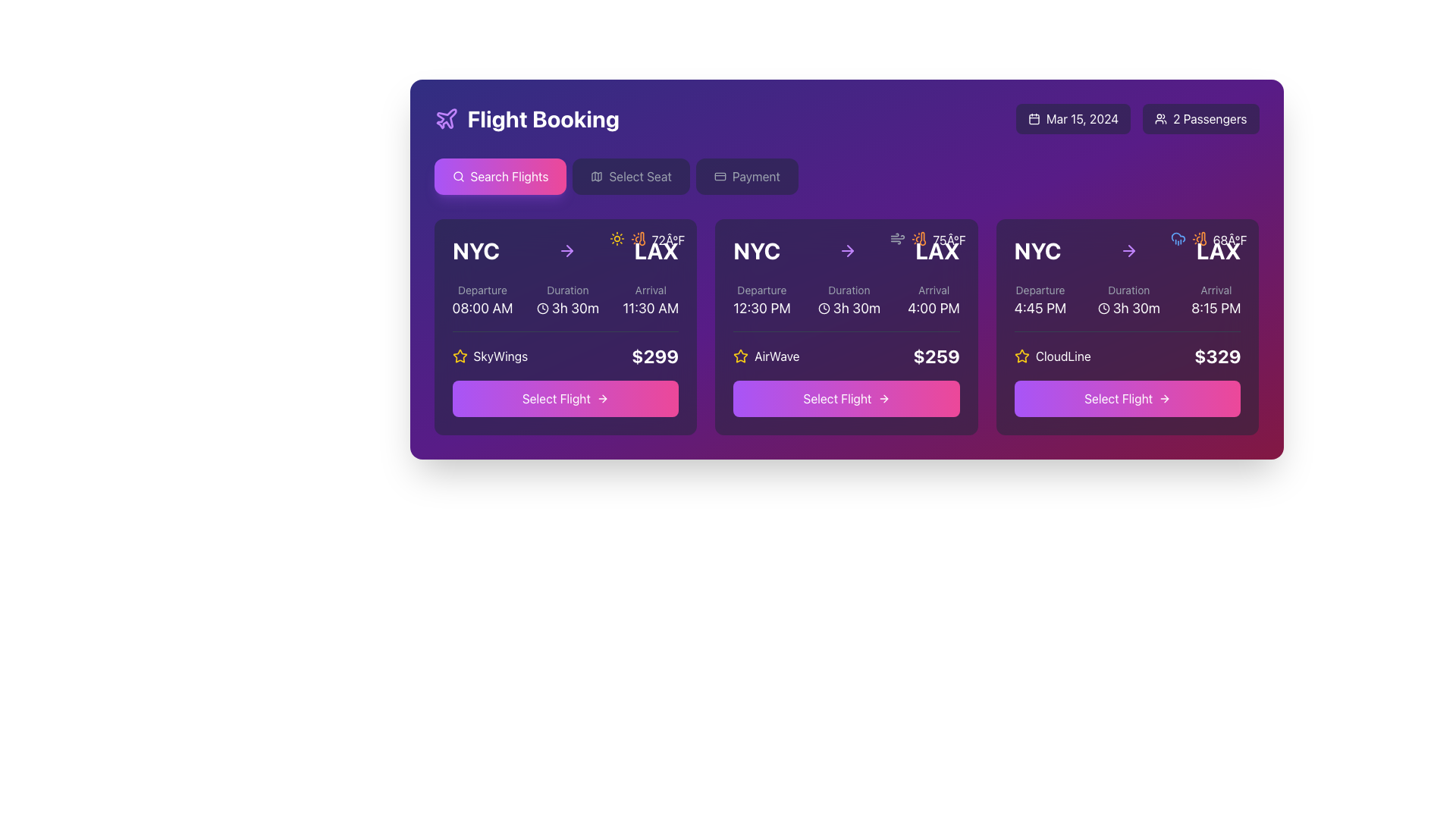  I want to click on the circular clock face icon within the first flight information card, which is located to the right of the departure time field and represents flight duration information, so click(542, 308).